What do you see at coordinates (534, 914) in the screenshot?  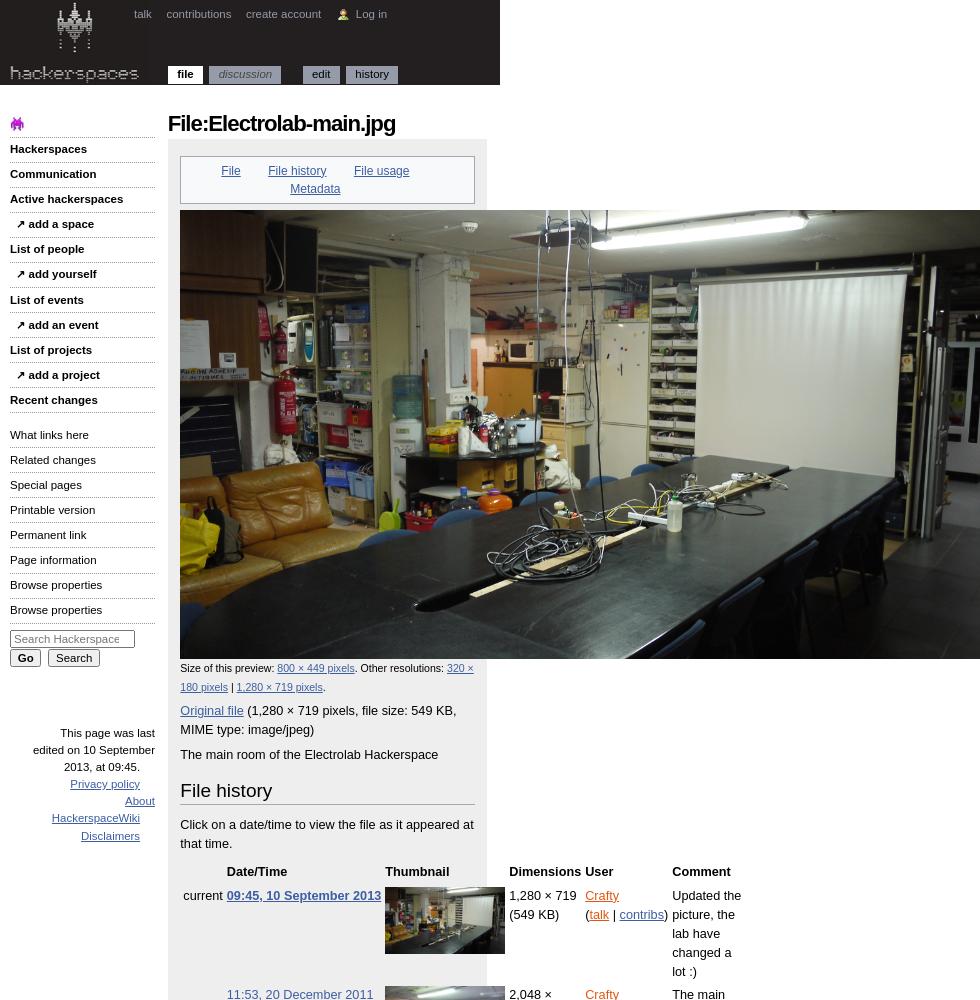 I see `'(549 KB)'` at bounding box center [534, 914].